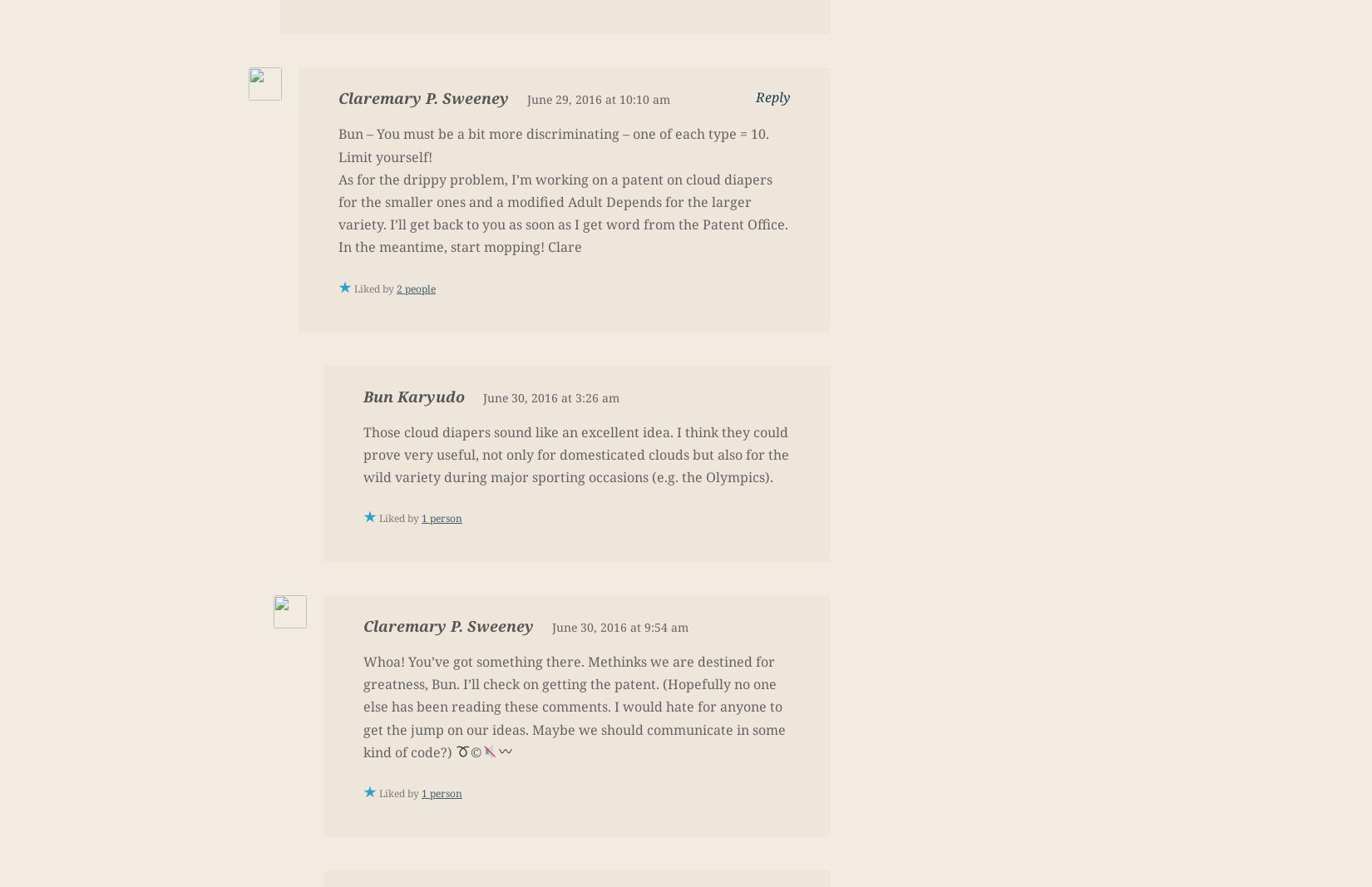  I want to click on 'June 30, 2016 at 9:54 am', so click(619, 626).